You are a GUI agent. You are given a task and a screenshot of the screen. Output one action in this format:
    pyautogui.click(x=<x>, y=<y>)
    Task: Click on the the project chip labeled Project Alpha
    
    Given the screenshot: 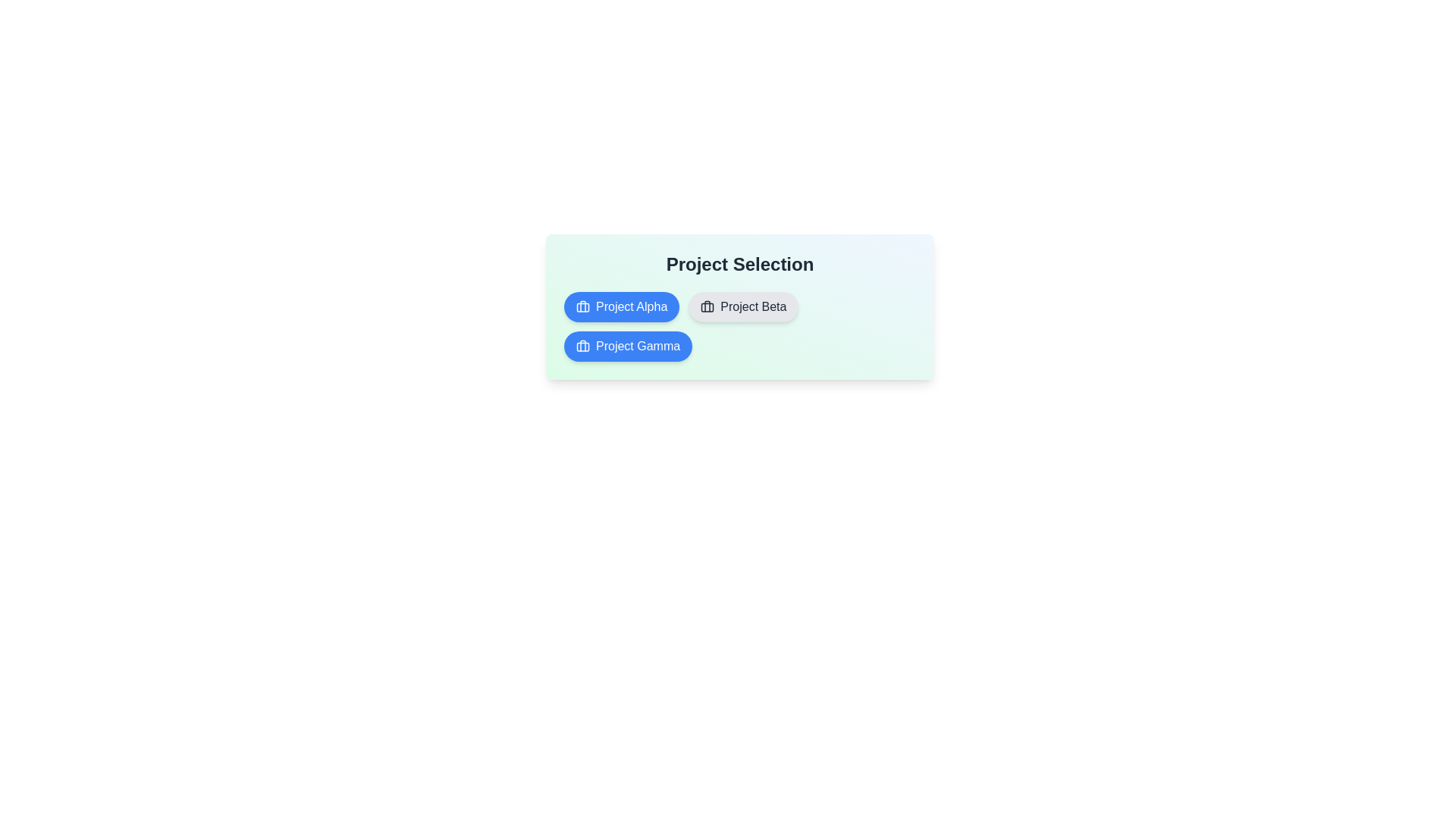 What is the action you would take?
    pyautogui.click(x=622, y=307)
    